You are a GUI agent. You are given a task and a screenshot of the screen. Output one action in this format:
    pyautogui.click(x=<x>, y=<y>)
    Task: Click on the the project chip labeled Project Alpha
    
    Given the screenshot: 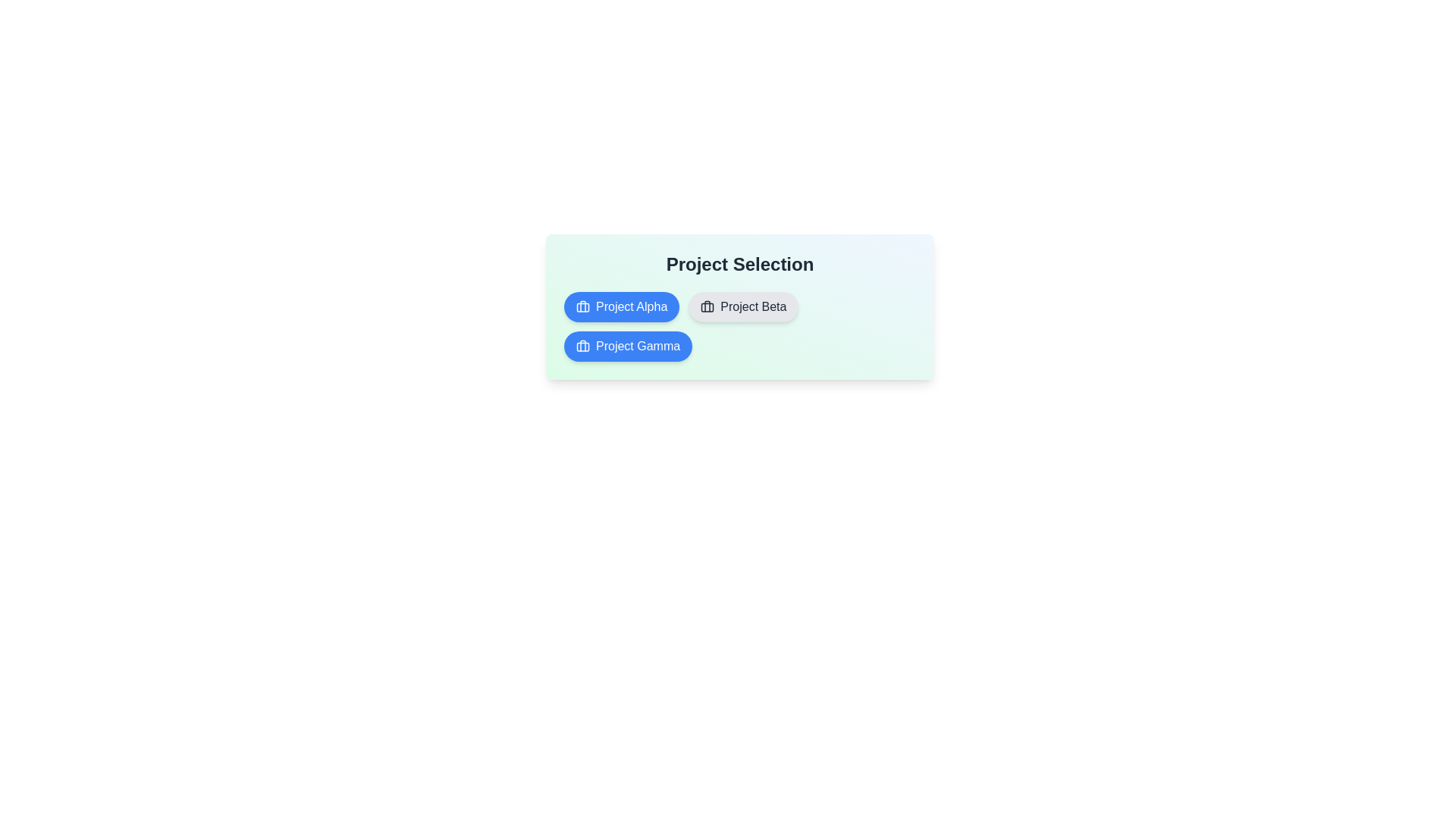 What is the action you would take?
    pyautogui.click(x=622, y=307)
    